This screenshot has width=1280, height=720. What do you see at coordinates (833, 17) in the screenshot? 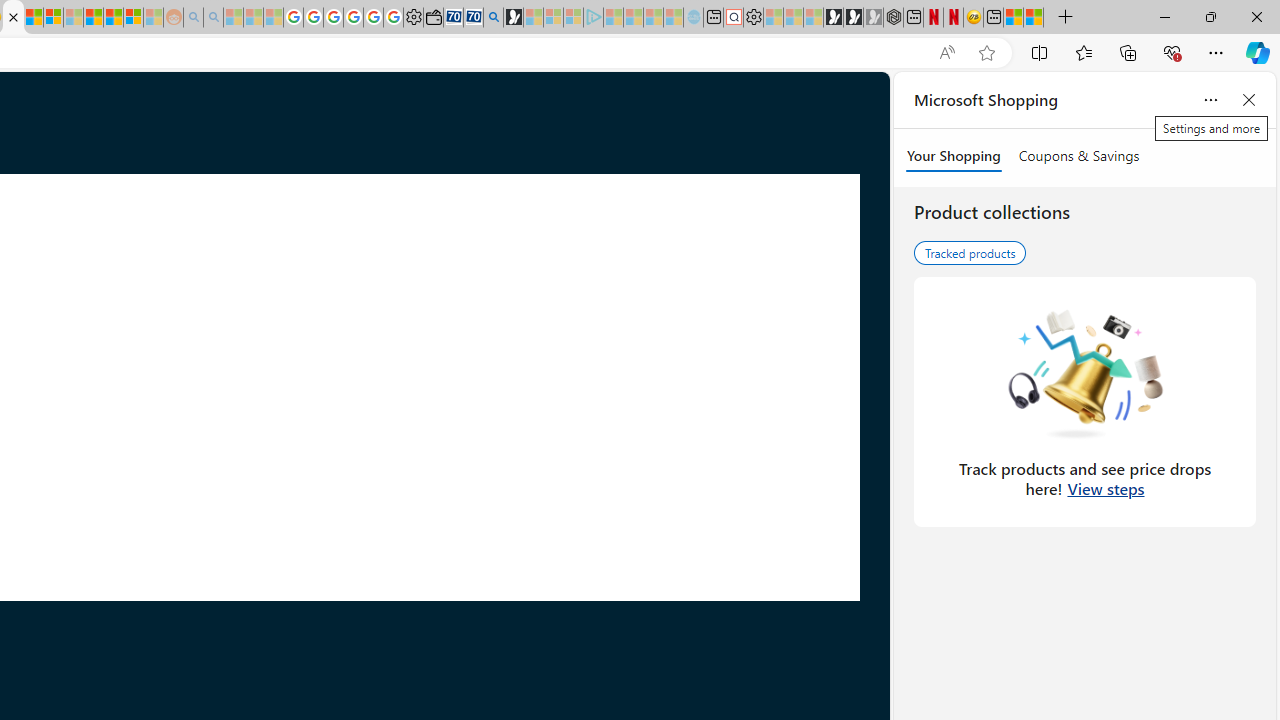
I see `'Play Free Online Games | Games from Microsoft Start'` at bounding box center [833, 17].